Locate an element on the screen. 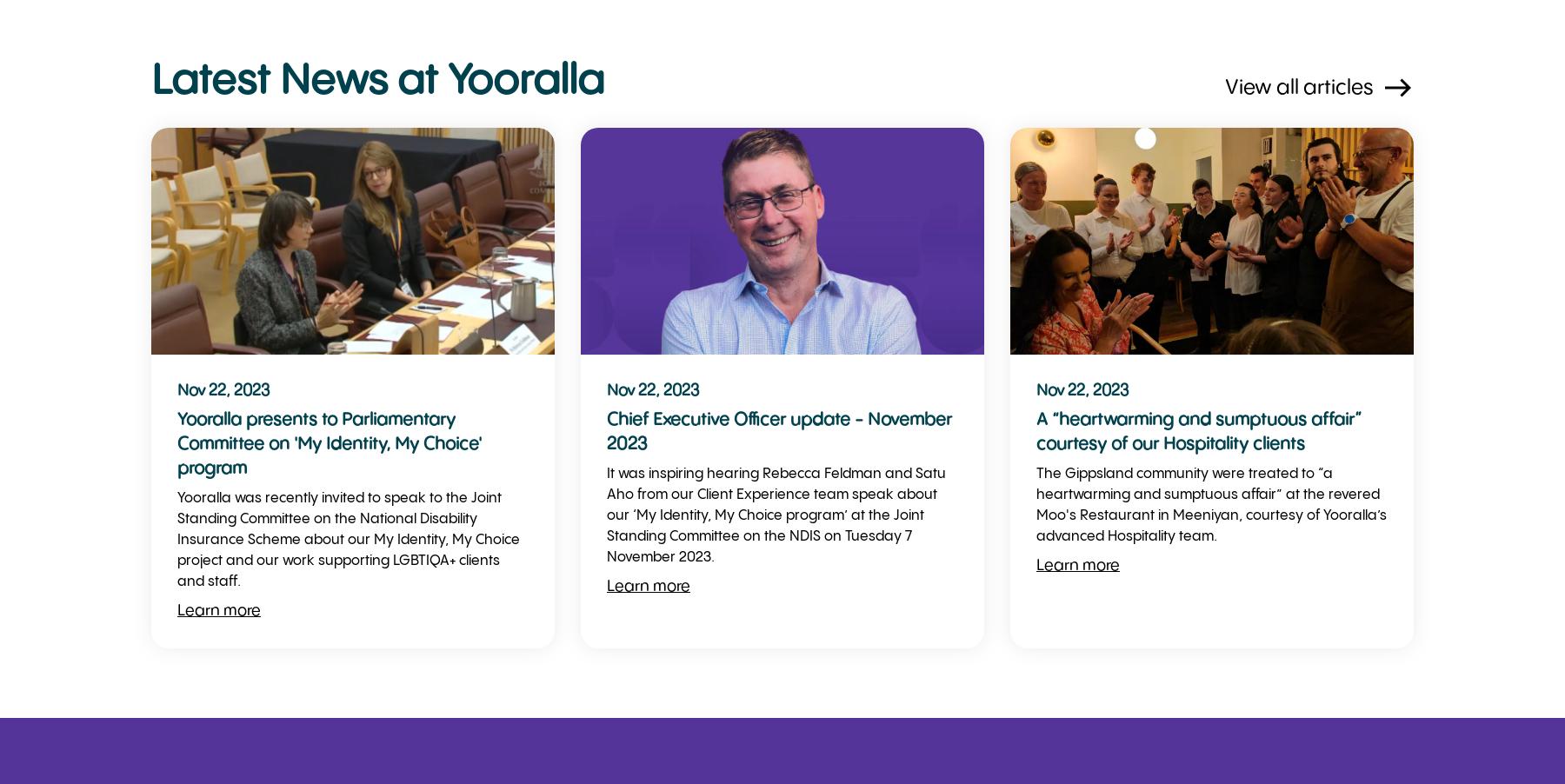 The height and width of the screenshot is (784, 1565). 'Yooralla presents to Parliamentary Committee on 'My Identity, My Choice' program' is located at coordinates (330, 443).